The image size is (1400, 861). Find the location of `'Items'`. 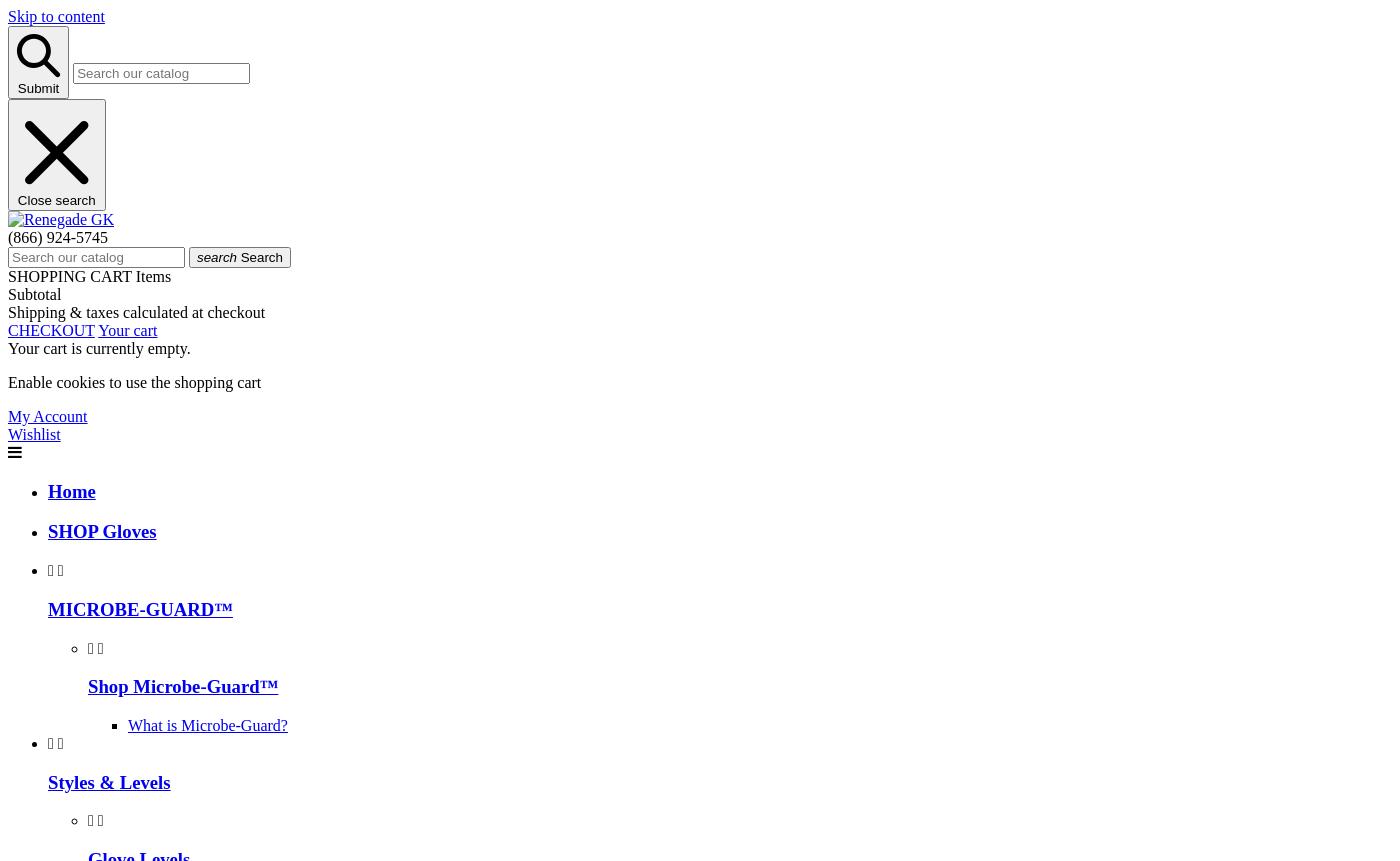

'Items' is located at coordinates (153, 275).